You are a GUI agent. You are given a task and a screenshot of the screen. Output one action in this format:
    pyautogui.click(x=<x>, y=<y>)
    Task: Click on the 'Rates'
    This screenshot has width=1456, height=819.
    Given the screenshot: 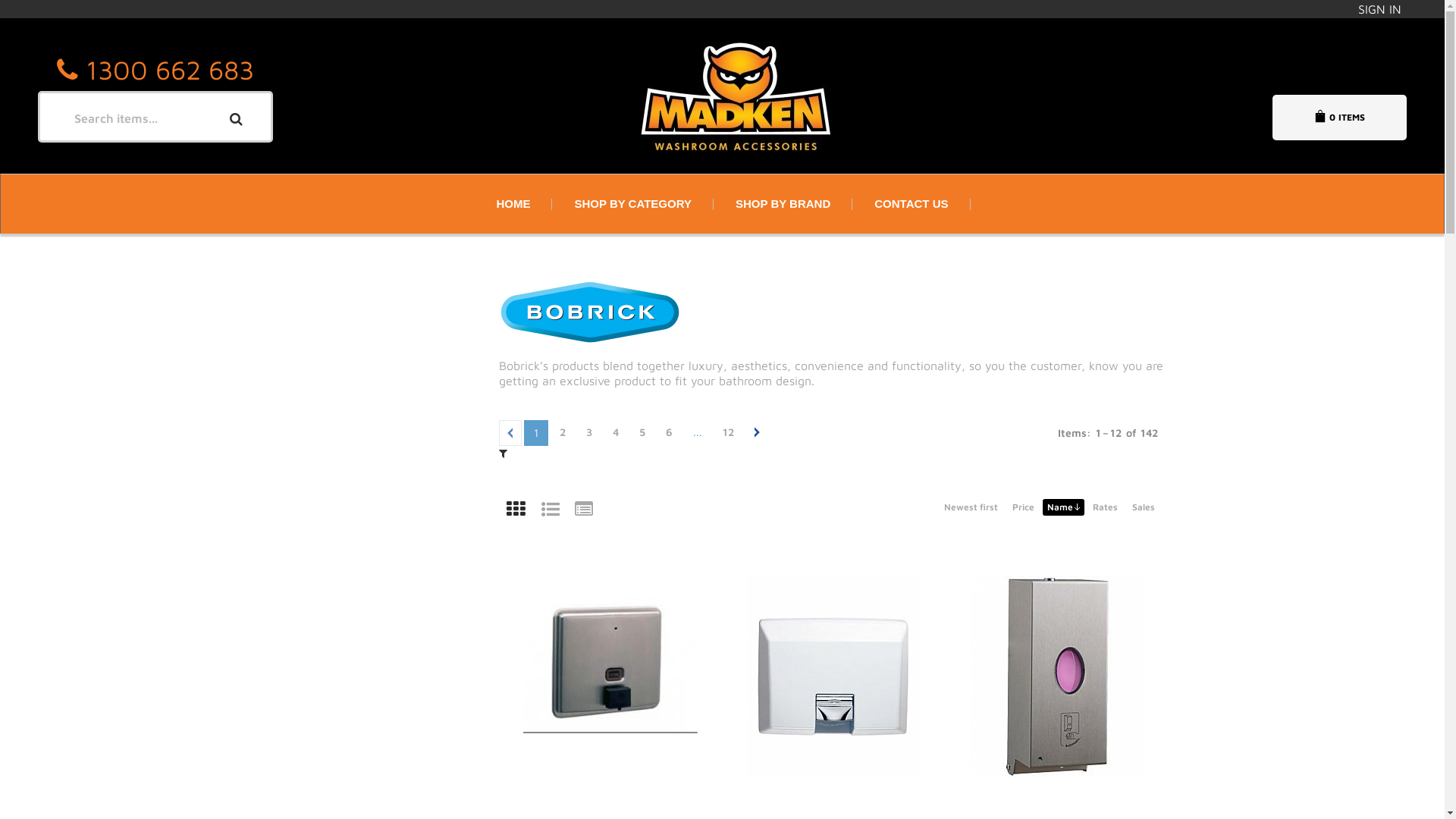 What is the action you would take?
    pyautogui.click(x=1104, y=507)
    